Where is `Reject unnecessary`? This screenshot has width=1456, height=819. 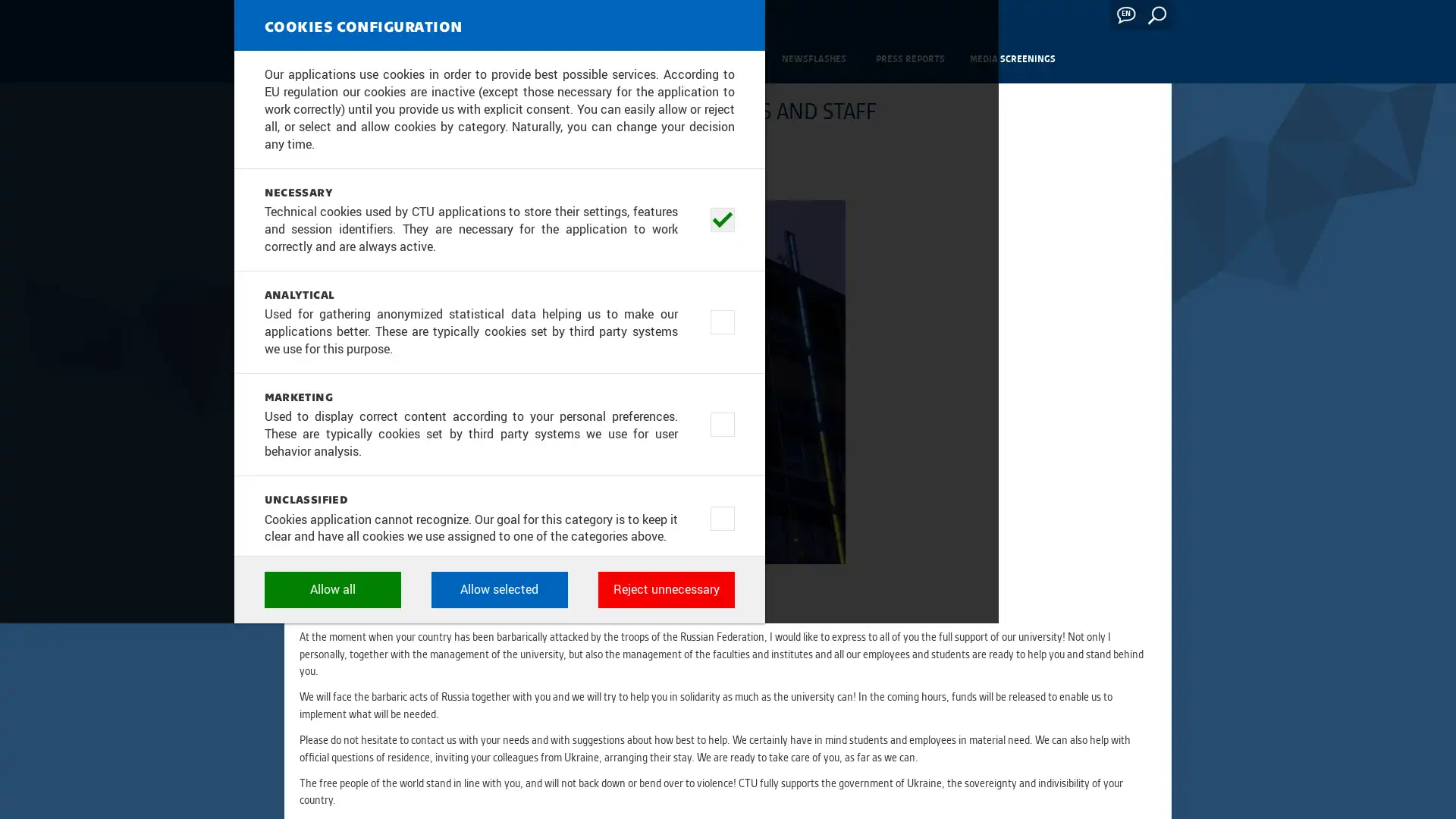
Reject unnecessary is located at coordinates (895, 747).